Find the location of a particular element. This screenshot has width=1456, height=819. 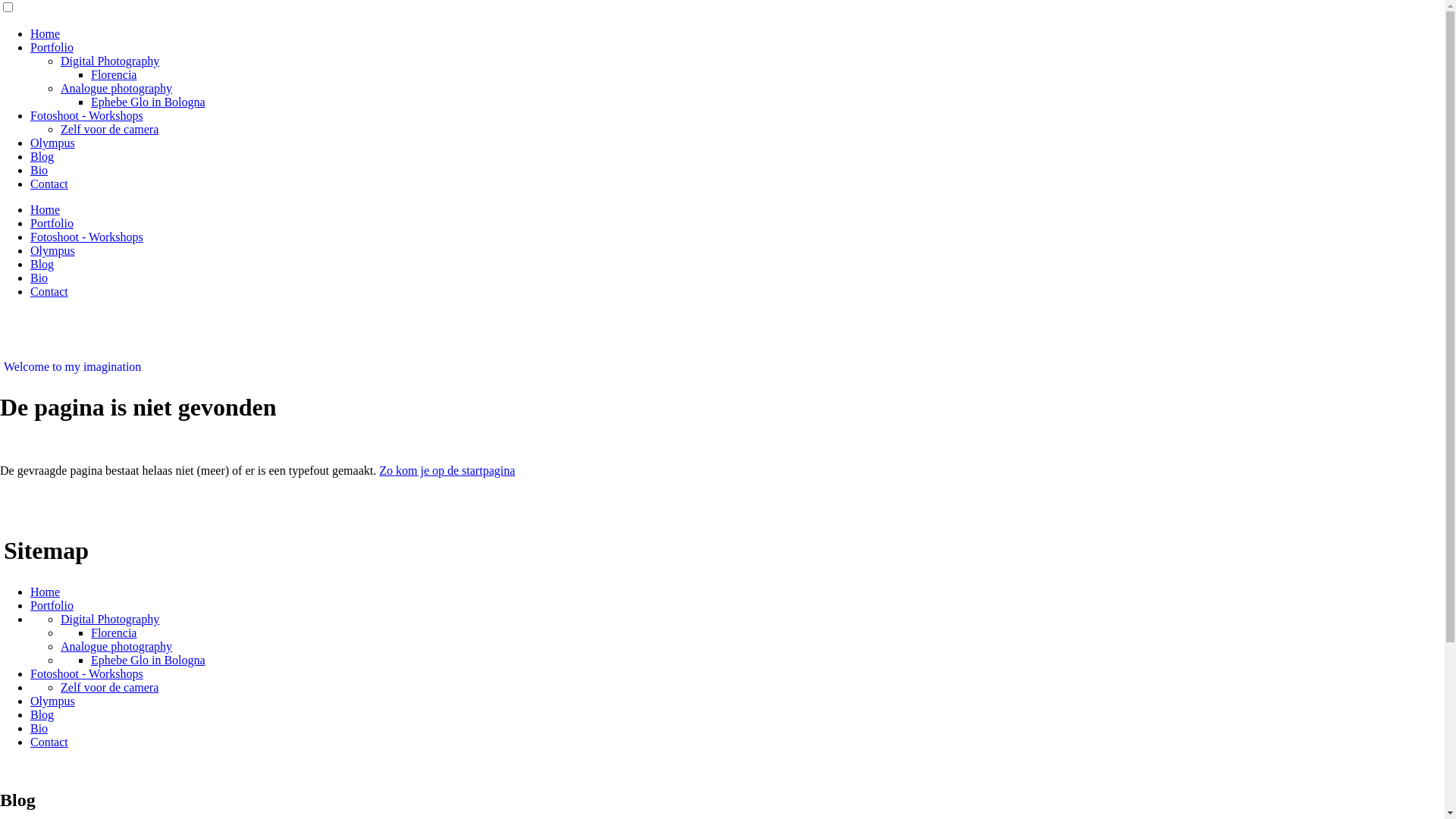

'Olympus' is located at coordinates (30, 249).